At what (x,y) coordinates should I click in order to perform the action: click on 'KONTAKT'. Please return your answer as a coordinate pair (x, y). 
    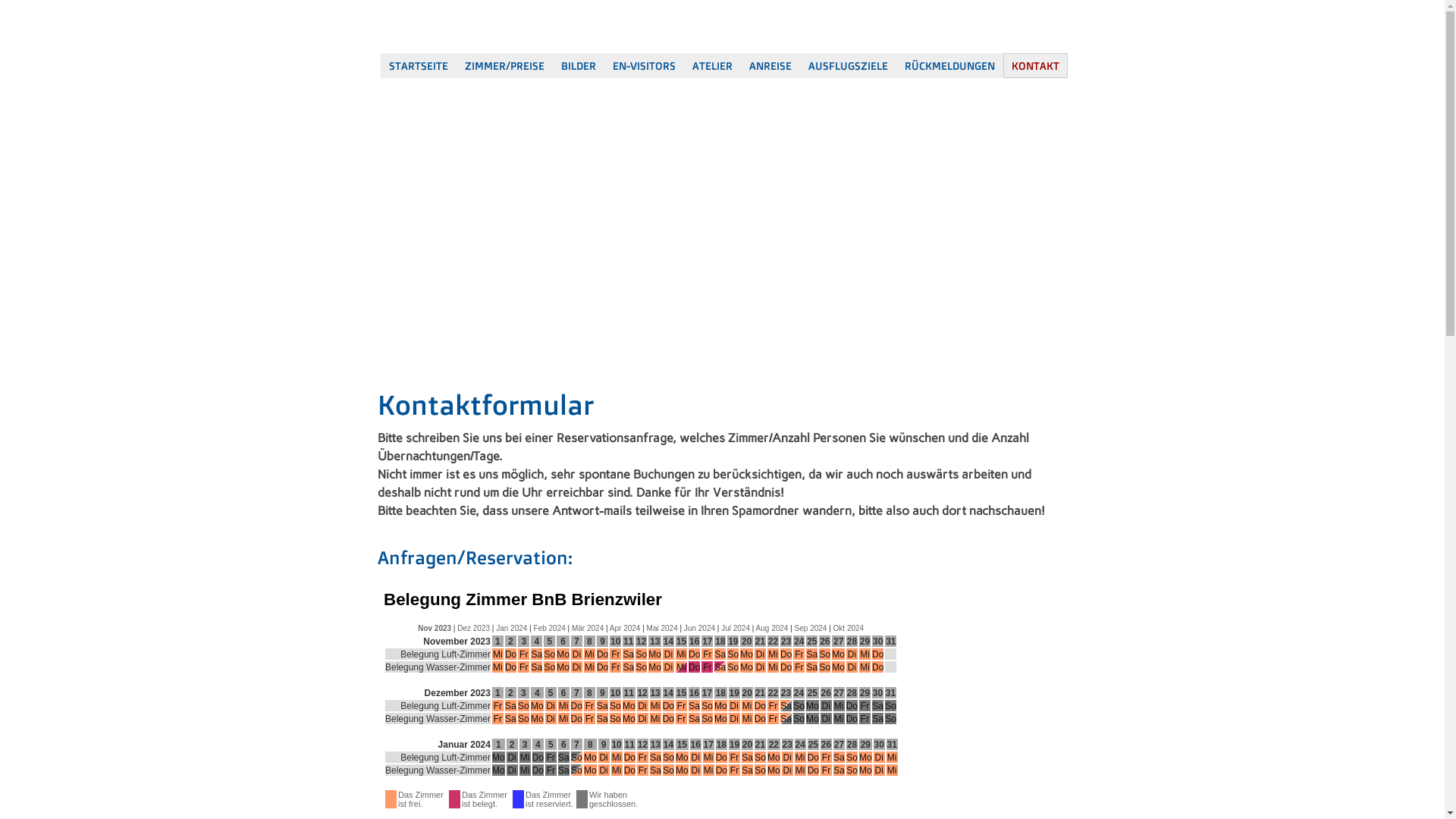
    Looking at the image, I should click on (1034, 64).